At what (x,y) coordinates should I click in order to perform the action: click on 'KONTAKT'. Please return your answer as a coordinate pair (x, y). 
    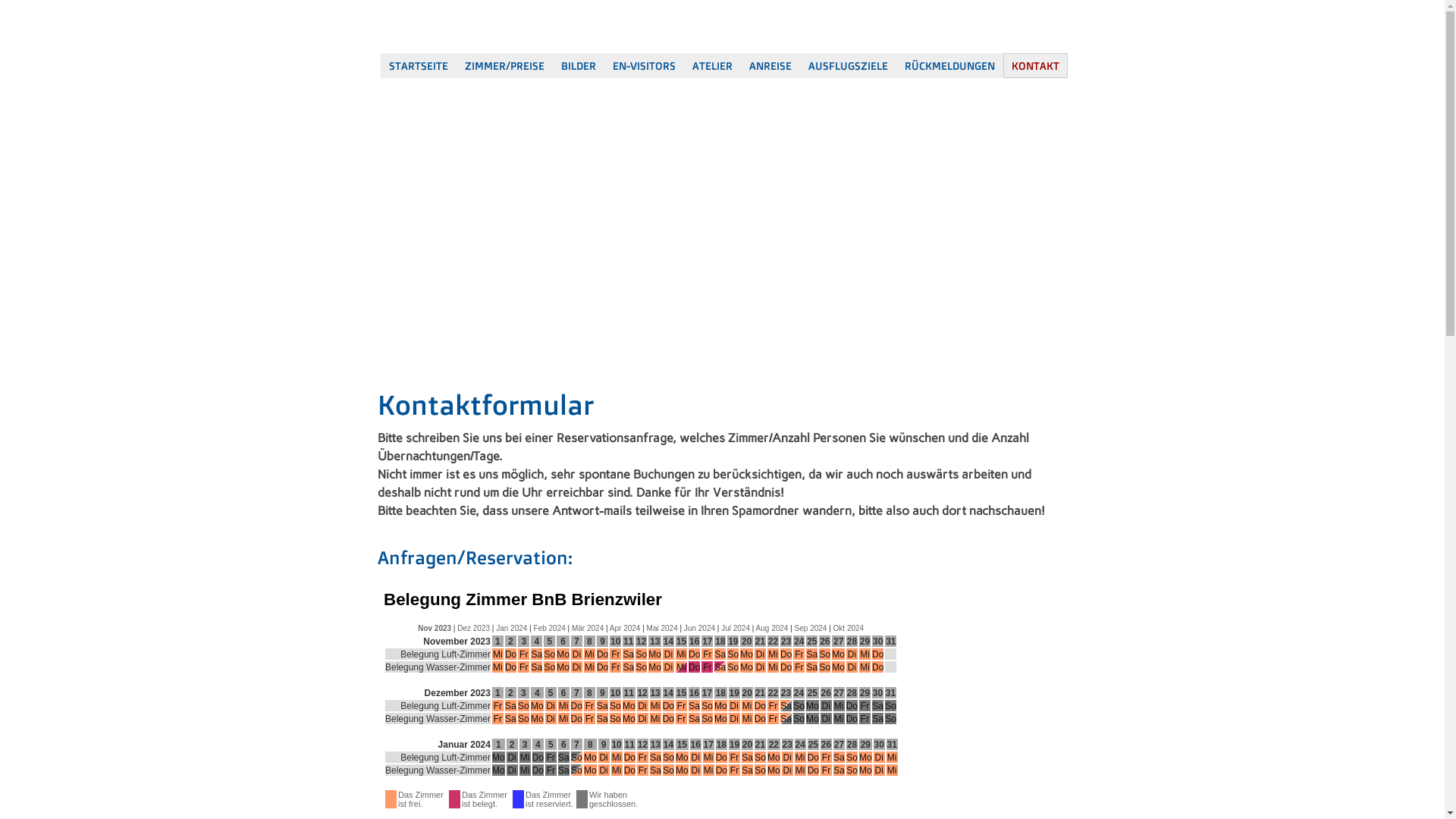
    Looking at the image, I should click on (1034, 64).